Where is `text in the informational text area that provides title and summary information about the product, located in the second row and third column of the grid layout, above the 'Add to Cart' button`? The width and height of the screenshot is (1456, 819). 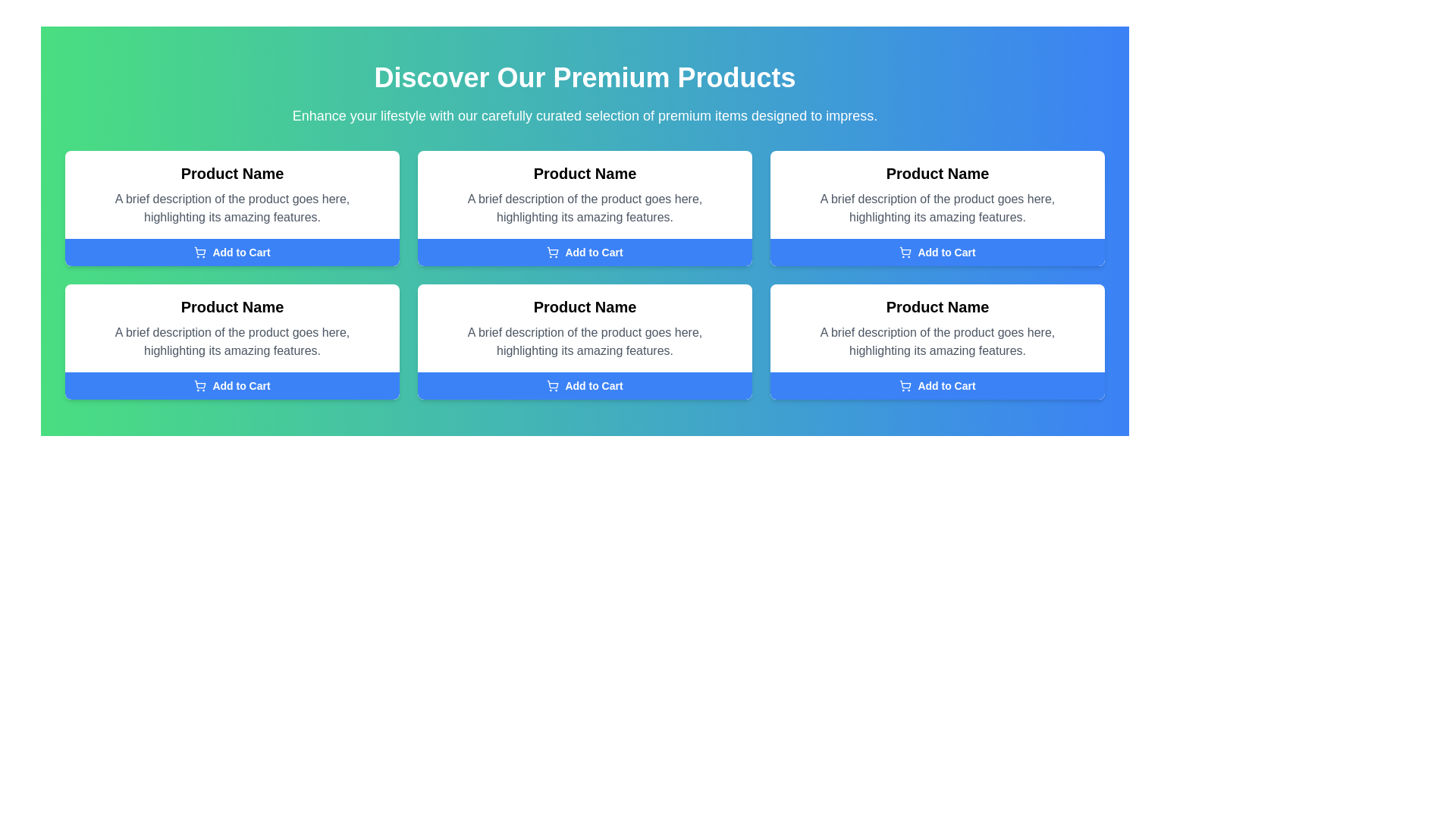
text in the informational text area that provides title and summary information about the product, located in the second row and third column of the grid layout, above the 'Add to Cart' button is located at coordinates (937, 327).